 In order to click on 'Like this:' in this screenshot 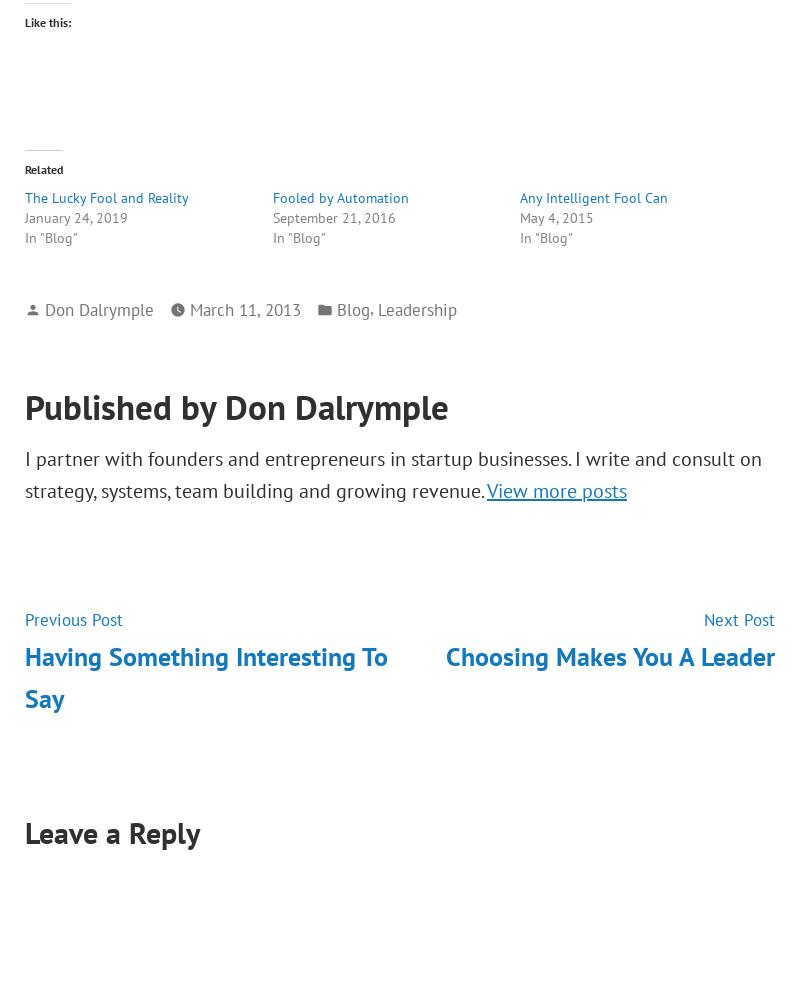, I will do `click(47, 22)`.